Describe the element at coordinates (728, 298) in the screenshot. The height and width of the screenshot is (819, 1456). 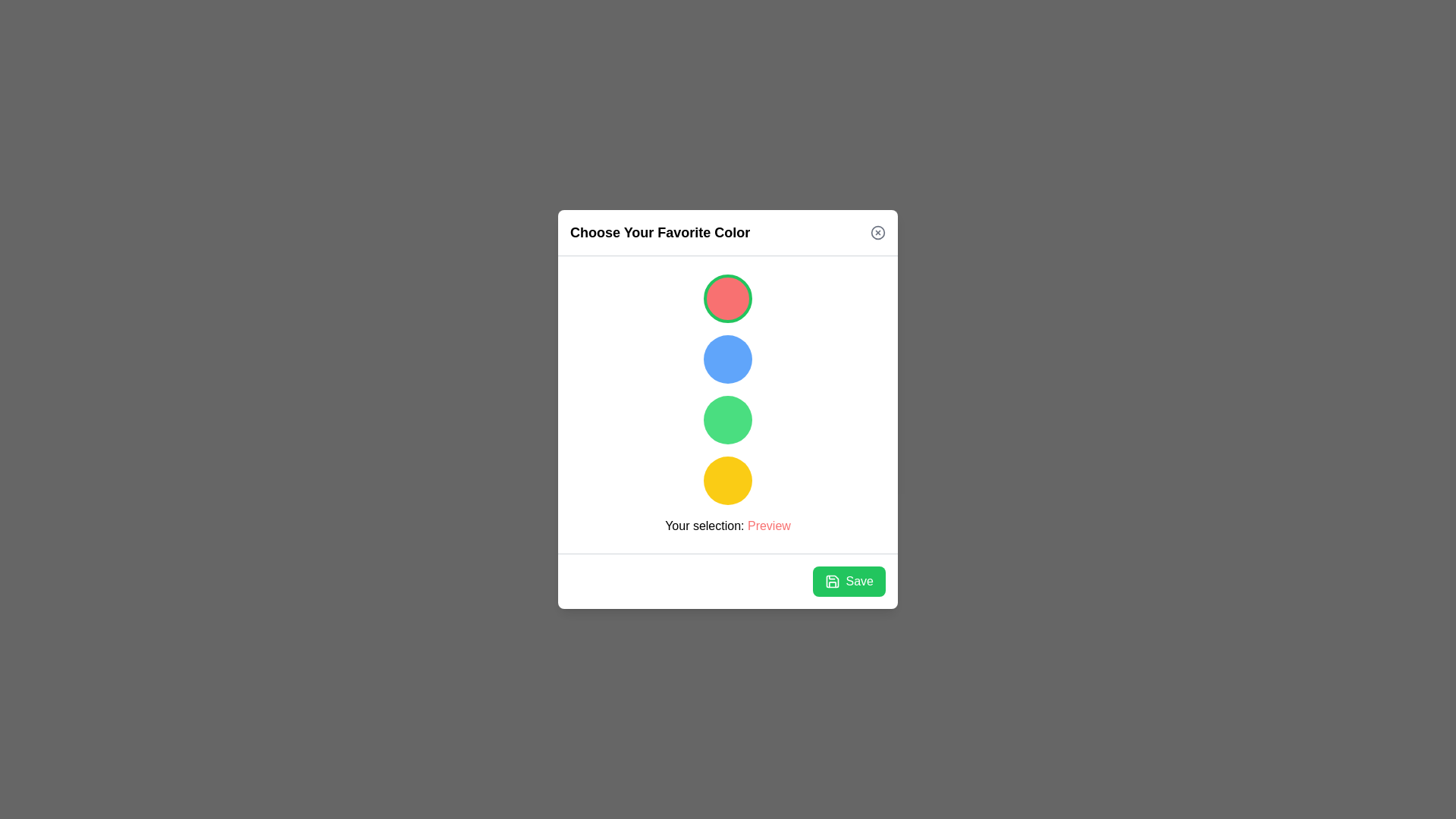
I see `the color circle corresponding to red` at that location.